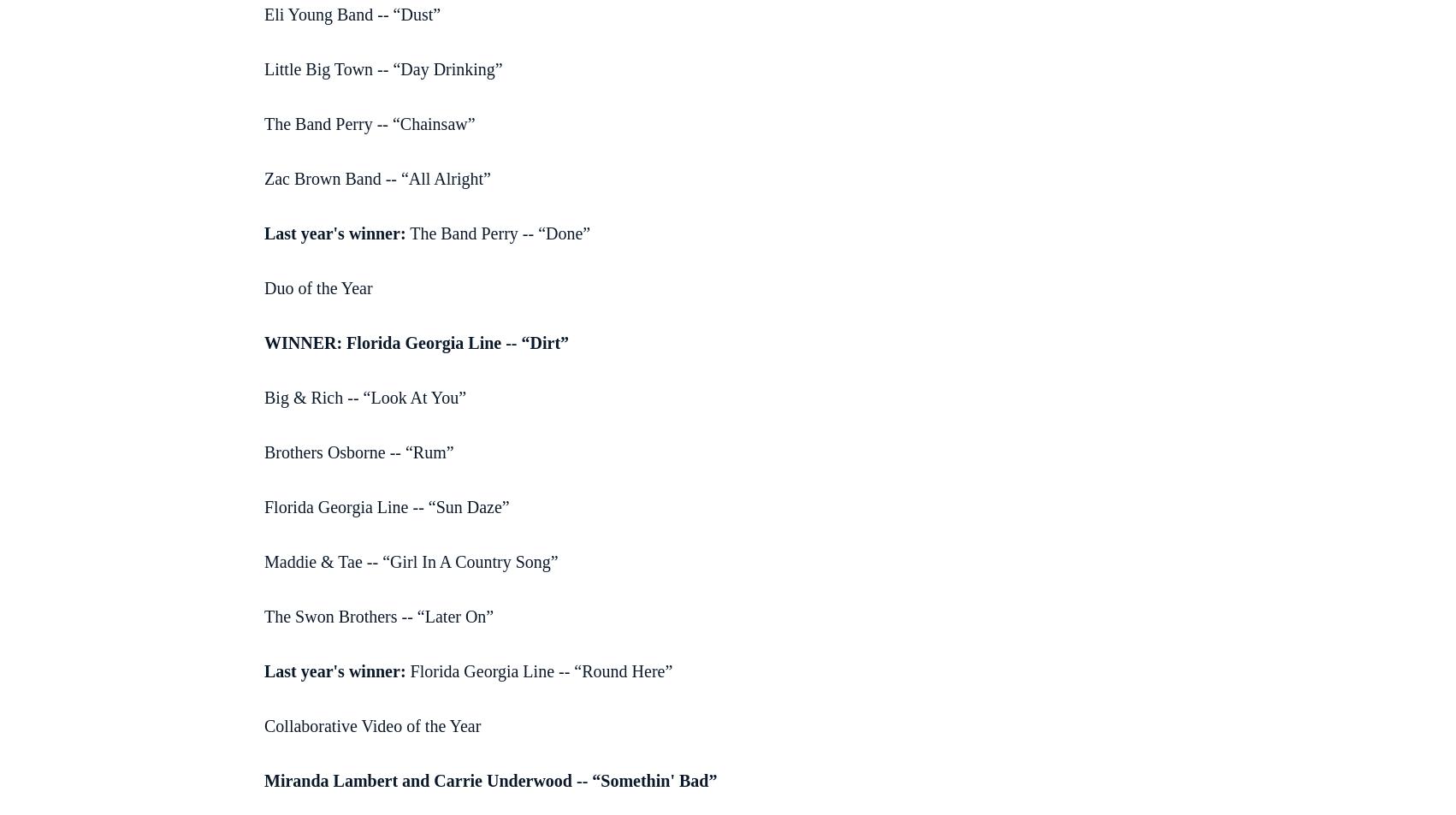 This screenshot has height=815, width=1456. Describe the element at coordinates (382, 67) in the screenshot. I see `'Little Big Town -- “Day Drinking”'` at that location.